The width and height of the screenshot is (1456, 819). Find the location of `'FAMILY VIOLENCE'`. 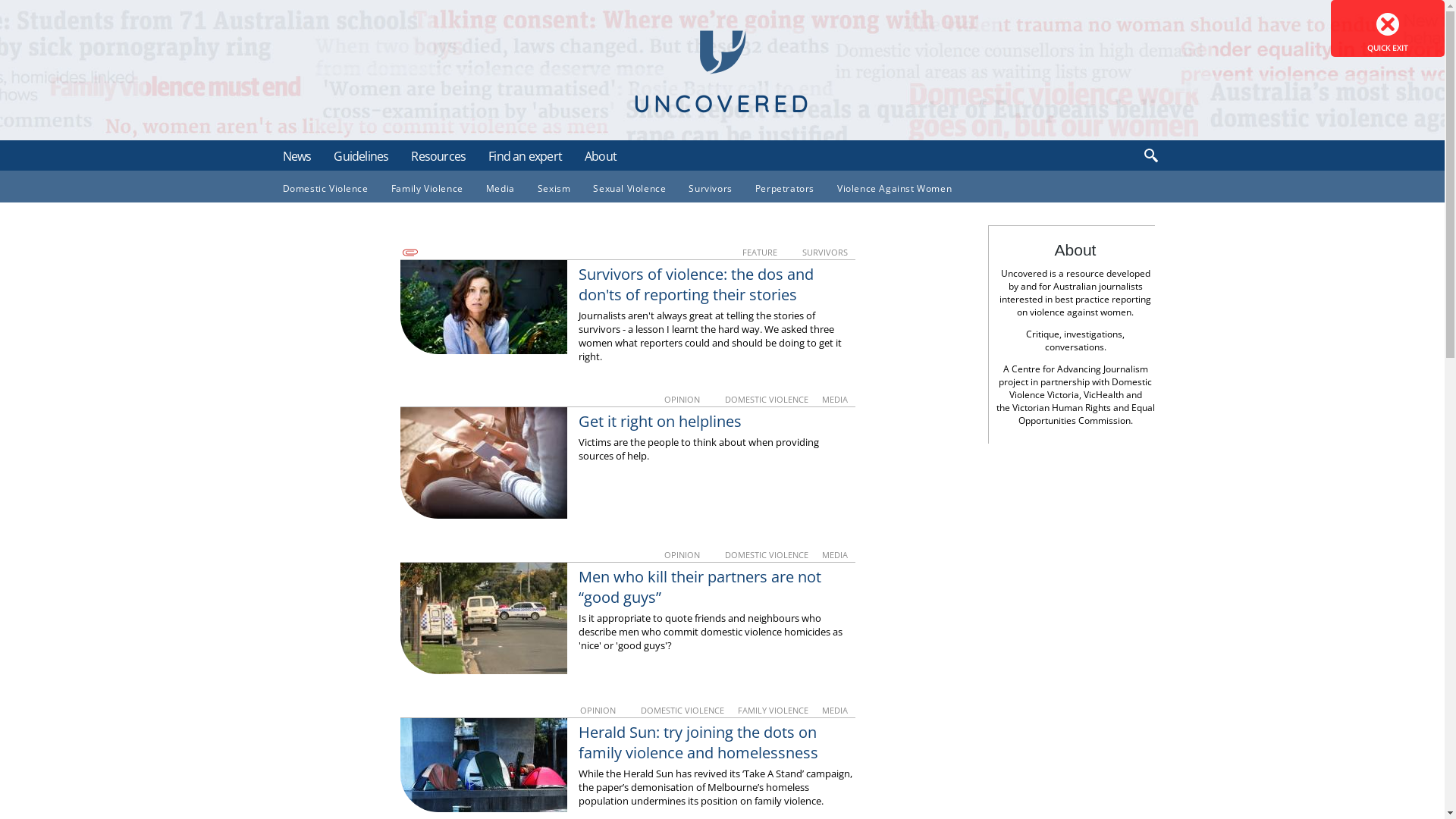

'FAMILY VIOLENCE' is located at coordinates (773, 710).